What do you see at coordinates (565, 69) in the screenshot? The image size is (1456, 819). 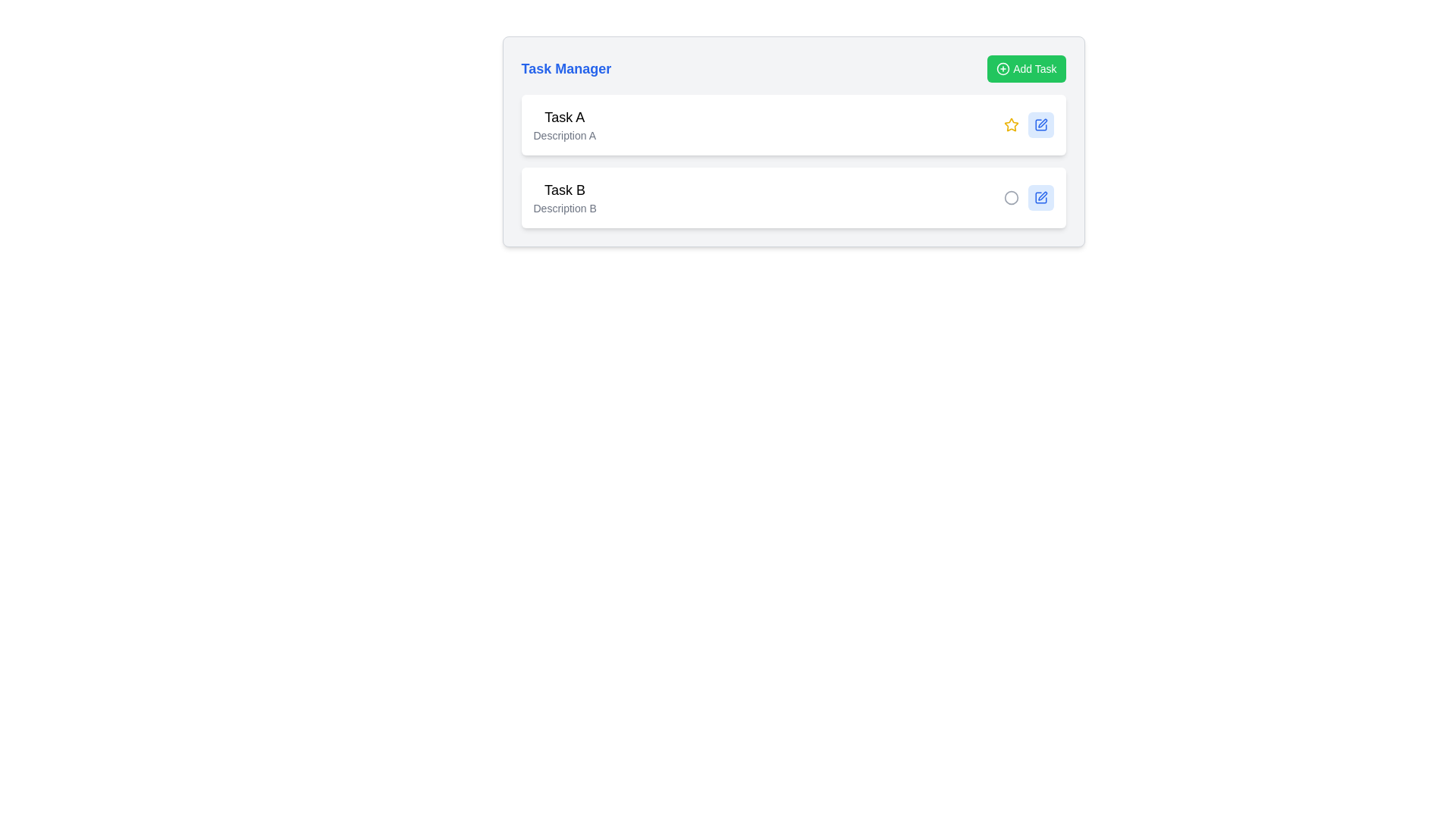 I see `the 'Task Manager' text label, which is prominently displayed in bold blue font at the top-left part of the header` at bounding box center [565, 69].